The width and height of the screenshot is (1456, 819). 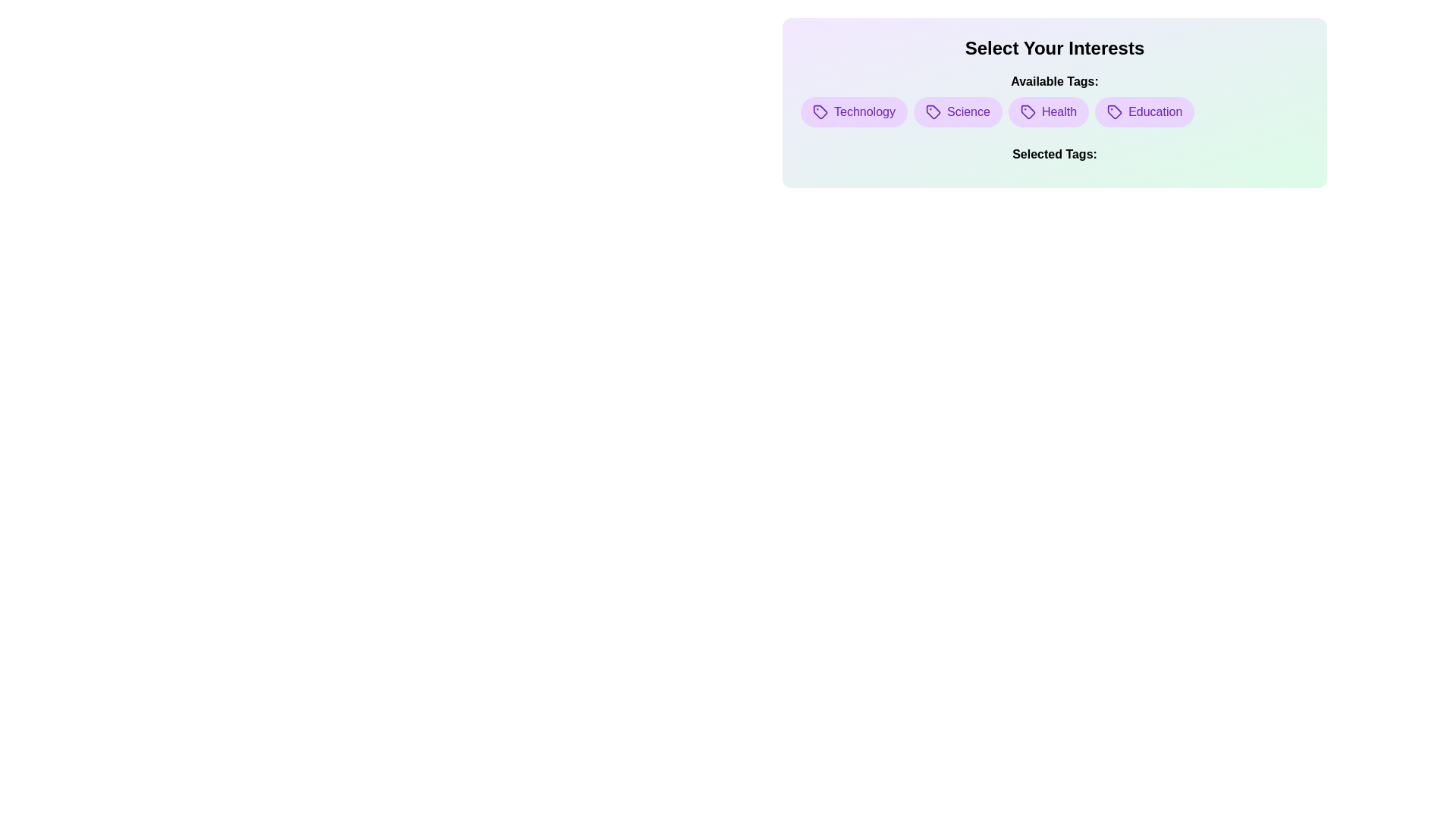 I want to click on the tag-like icon located in the 'Available Tags' section, which is the second icon from the left, adjacent to the 'Science' label, so click(x=932, y=111).